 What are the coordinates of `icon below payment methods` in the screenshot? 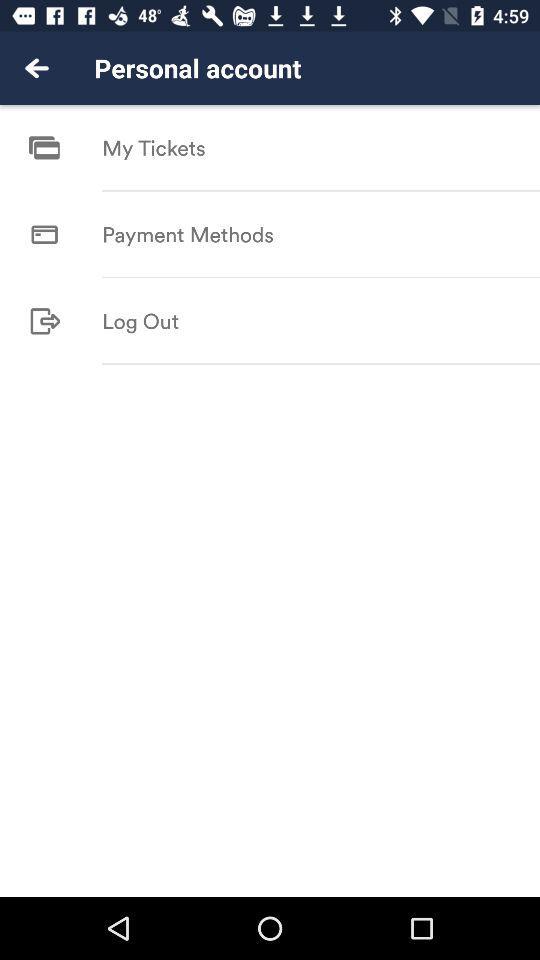 It's located at (321, 276).